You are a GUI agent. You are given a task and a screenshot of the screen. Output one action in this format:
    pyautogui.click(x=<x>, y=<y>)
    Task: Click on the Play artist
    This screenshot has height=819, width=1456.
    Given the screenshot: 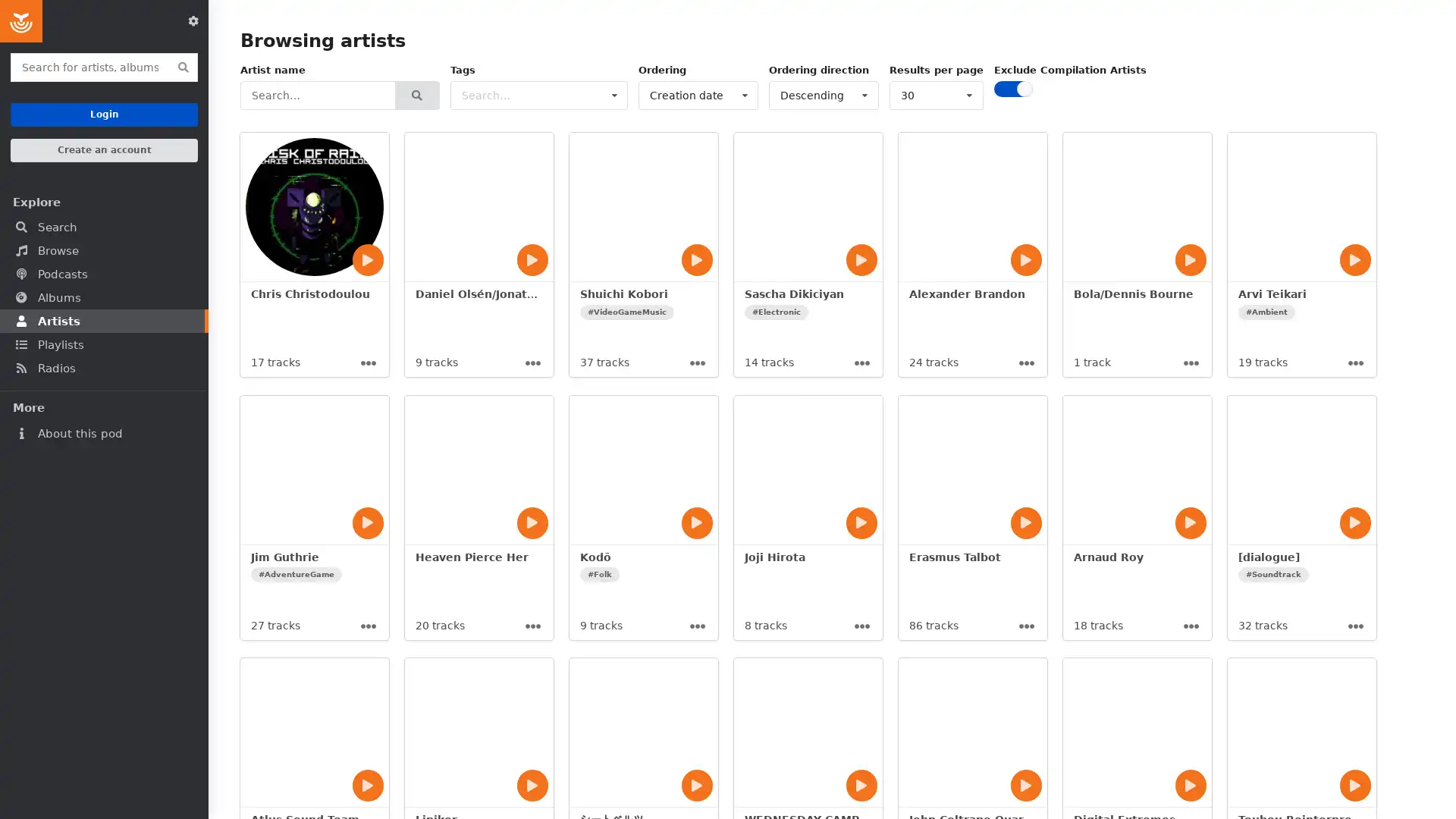 What is the action you would take?
    pyautogui.click(x=532, y=522)
    